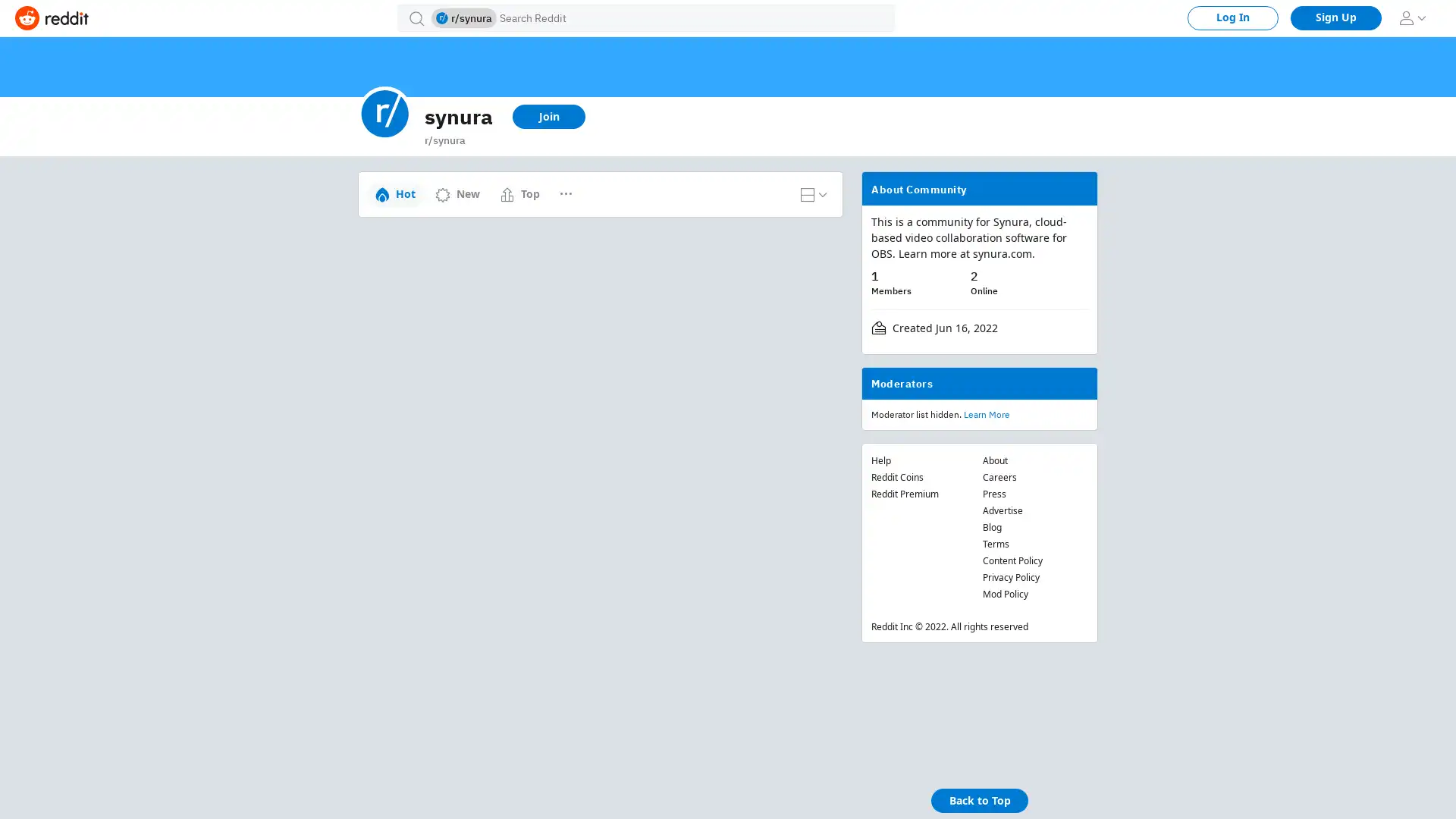  What do you see at coordinates (505, 309) in the screenshot?
I see `Share` at bounding box center [505, 309].